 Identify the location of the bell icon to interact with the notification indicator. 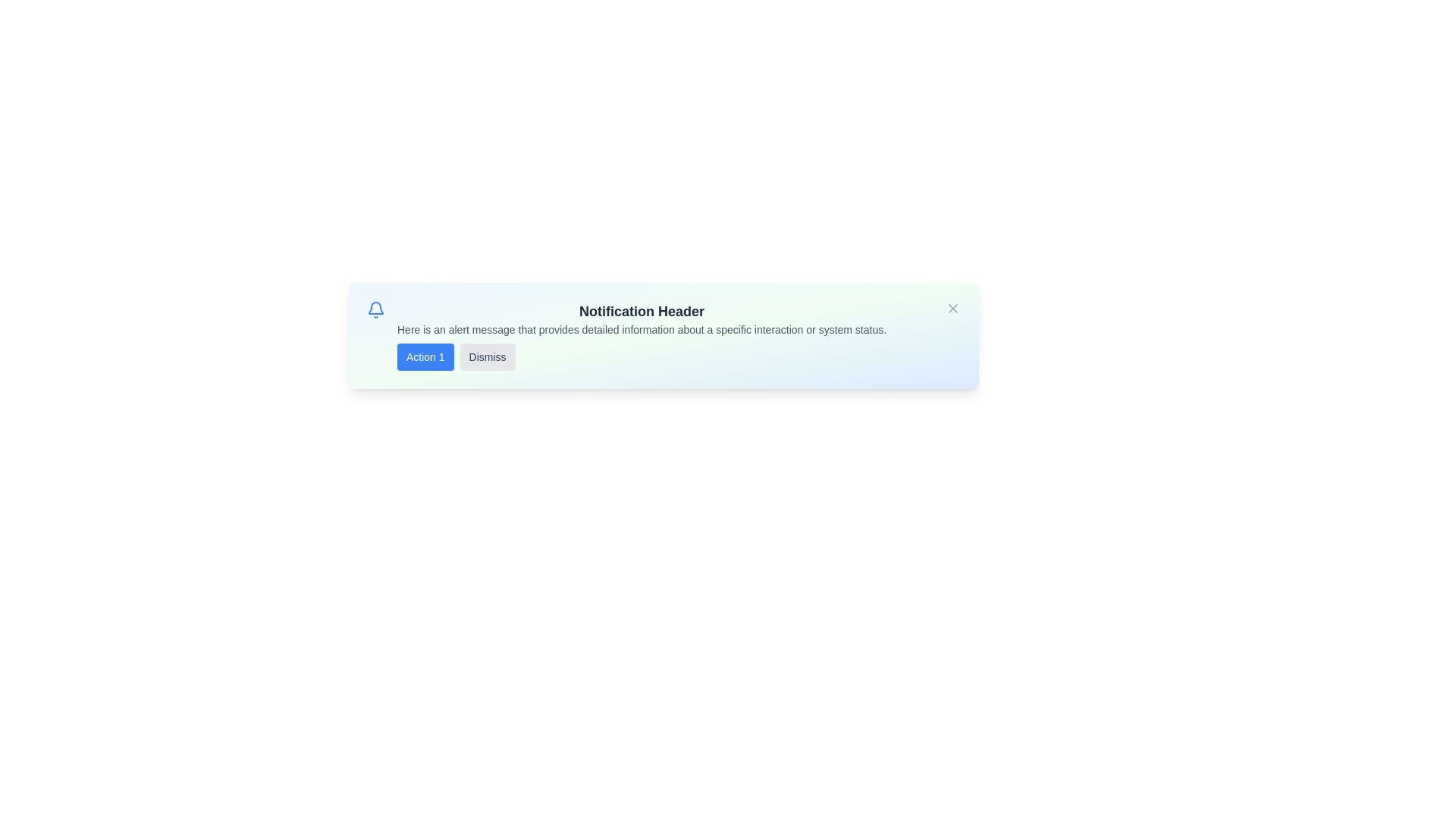
(375, 309).